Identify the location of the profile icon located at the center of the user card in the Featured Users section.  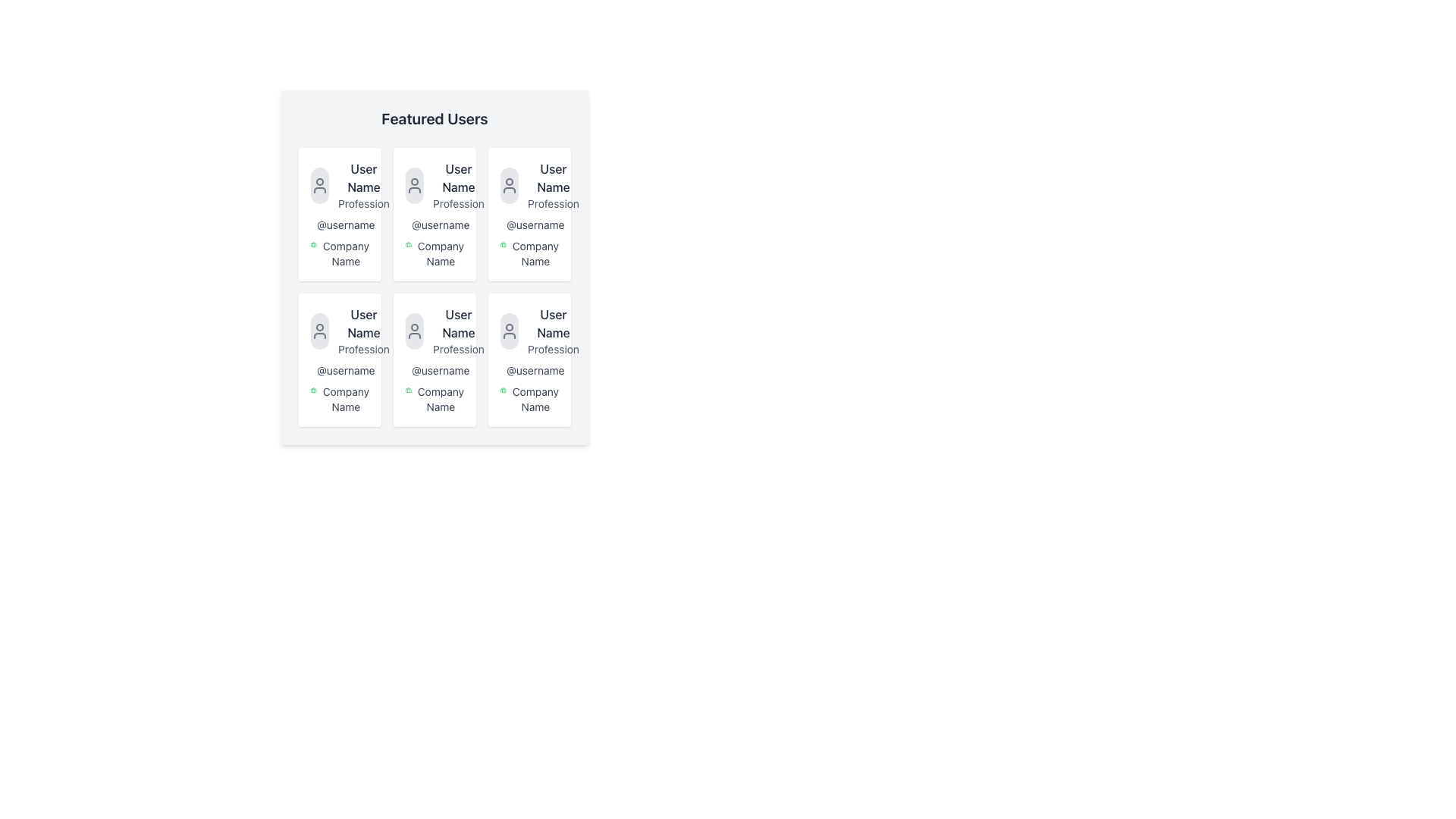
(415, 330).